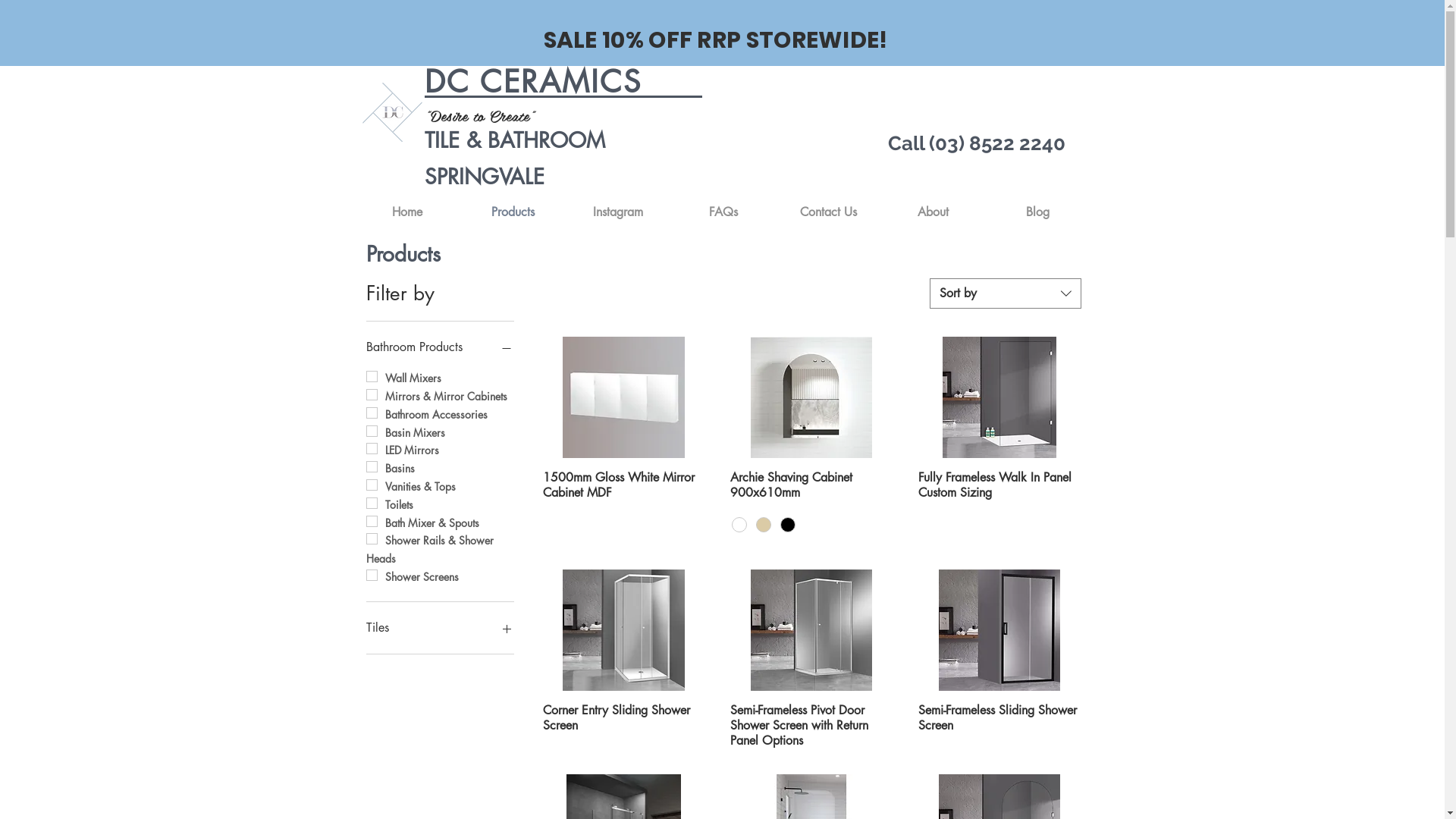 The width and height of the screenshot is (1456, 819). What do you see at coordinates (542, 507) in the screenshot?
I see `'1500mm Gloss White Mirror Cabinet MDF'` at bounding box center [542, 507].